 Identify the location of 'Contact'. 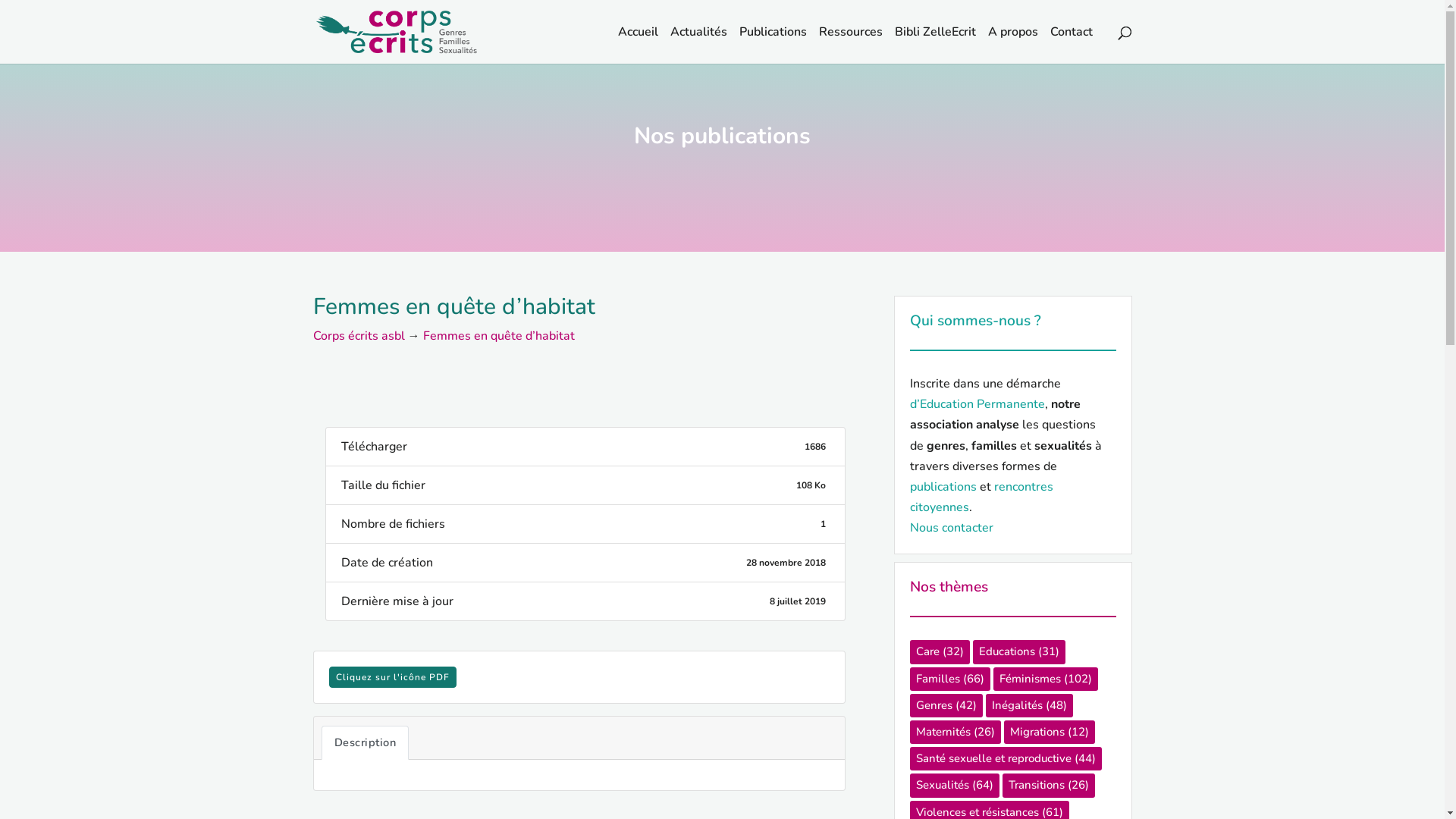
(1069, 44).